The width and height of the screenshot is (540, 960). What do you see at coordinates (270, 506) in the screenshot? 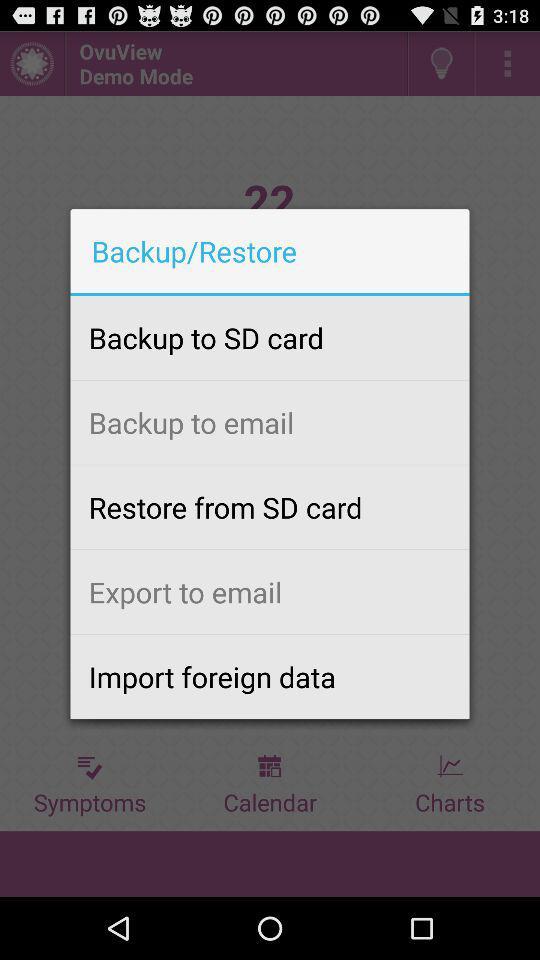
I see `restore from sd` at bounding box center [270, 506].